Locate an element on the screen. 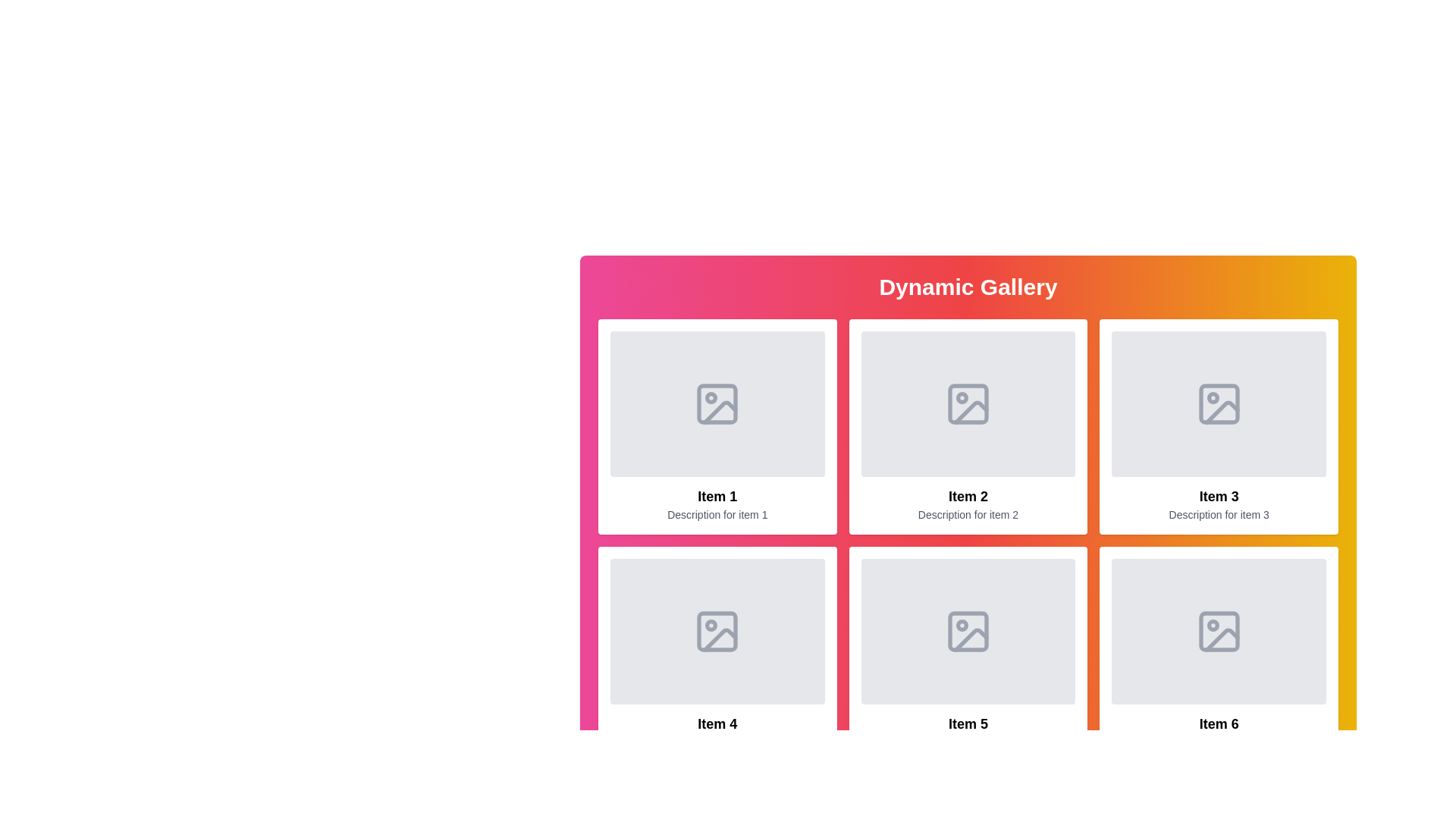 The width and height of the screenshot is (1456, 819). the first card element in the grid layout is located at coordinates (717, 427).